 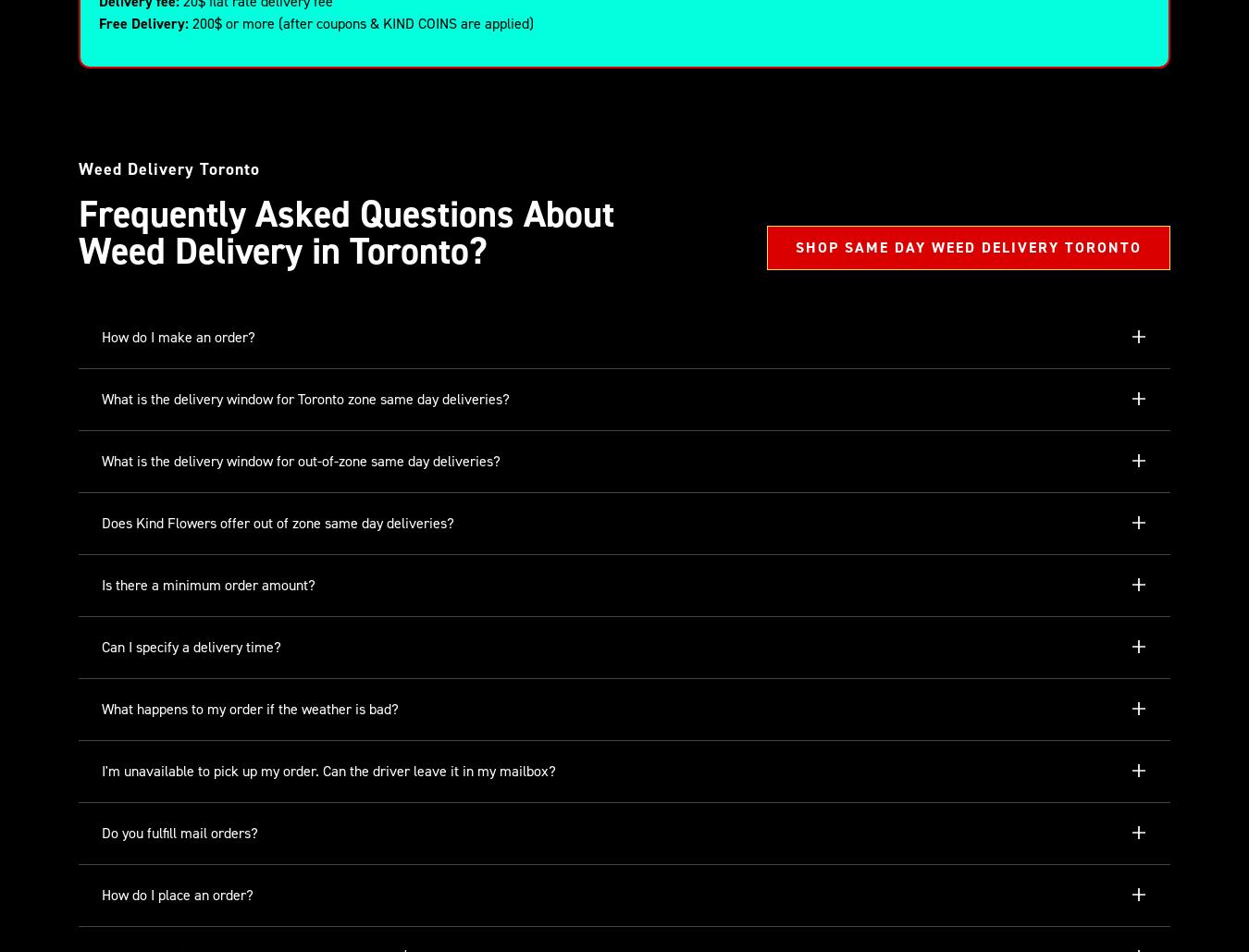 What do you see at coordinates (277, 522) in the screenshot?
I see `'Does Kind Flowers offer out of zone same day deliveries?'` at bounding box center [277, 522].